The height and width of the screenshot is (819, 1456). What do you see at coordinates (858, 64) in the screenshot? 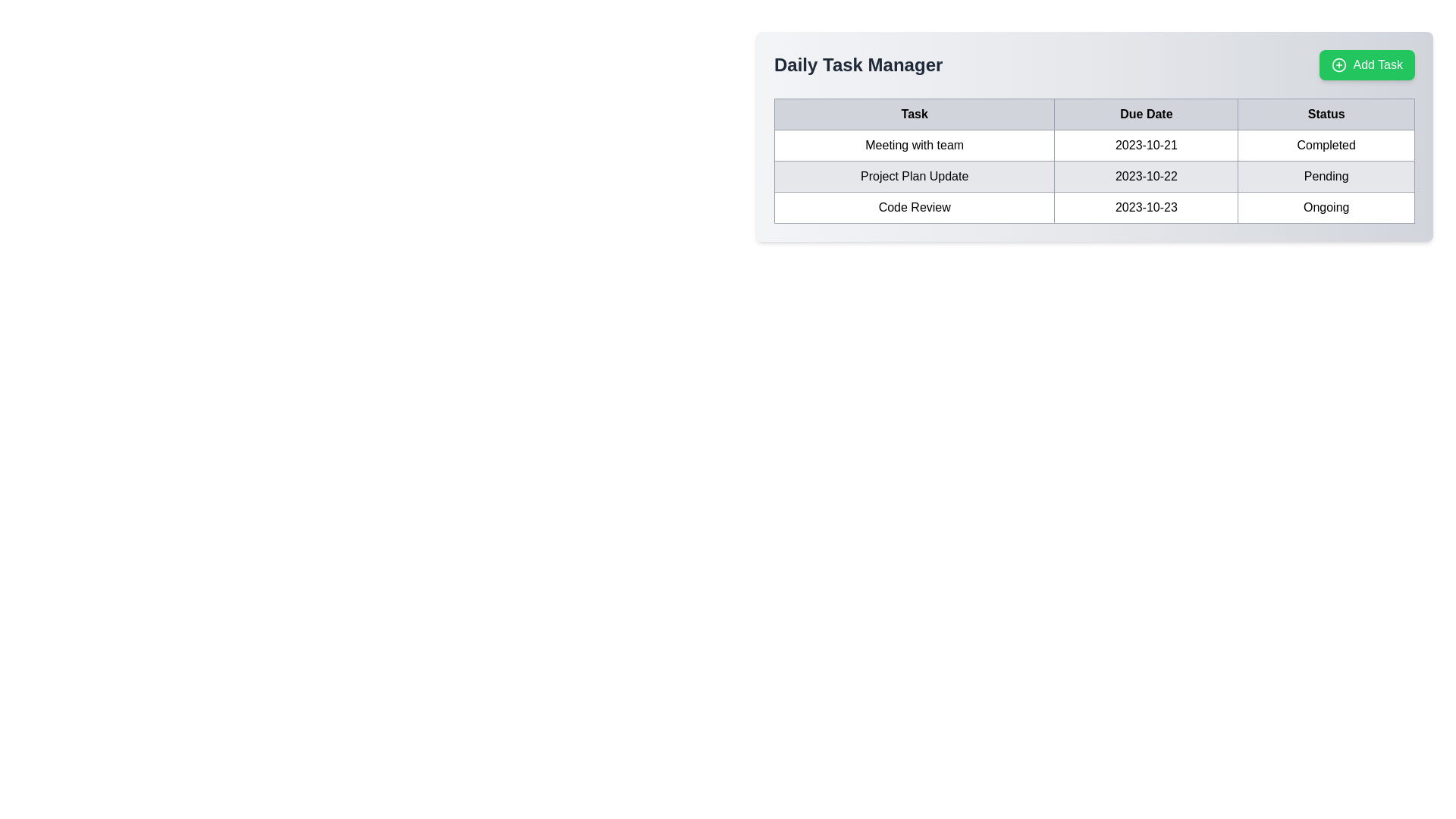
I see `text content of the 'Daily Task Manager' label, which is displayed in a large bold font and colored dark gray` at bounding box center [858, 64].